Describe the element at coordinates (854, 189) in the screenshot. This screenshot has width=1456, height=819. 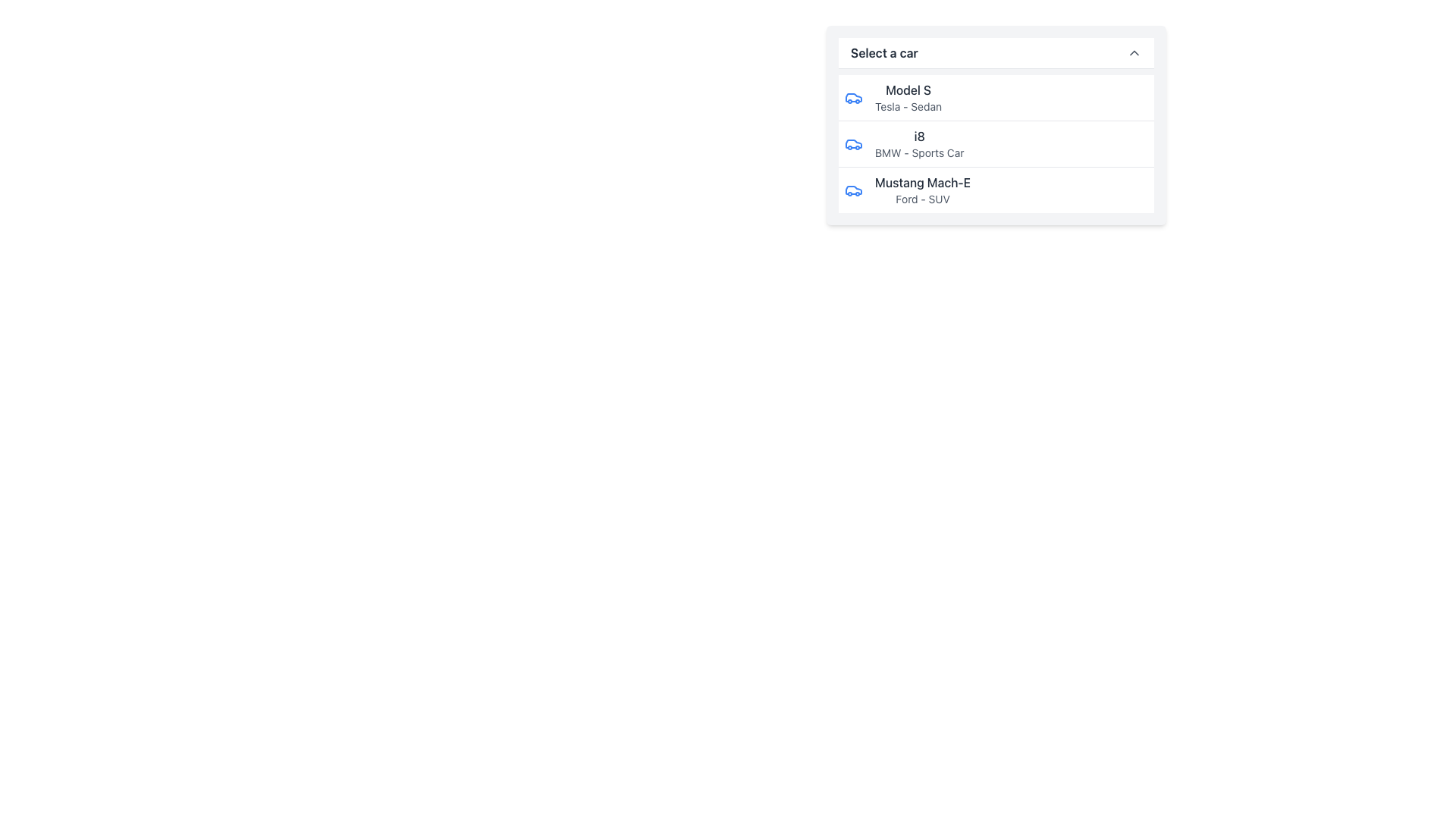
I see `the blue car icon located to the left of the 'Mustang Mach-E' text in the list item, which features a modern design and is styled with a blue stroke` at that location.